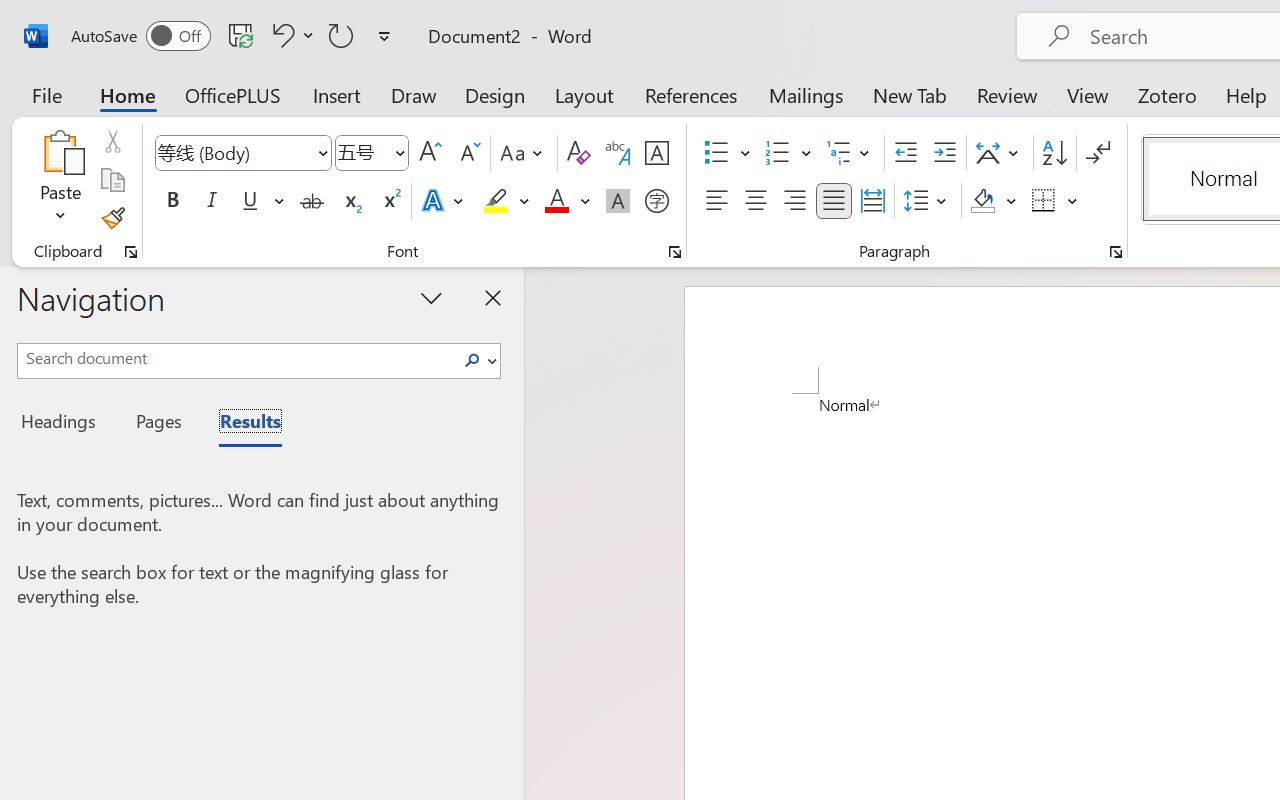 This screenshot has height=800, width=1280. What do you see at coordinates (793, 201) in the screenshot?
I see `'Align Right'` at bounding box center [793, 201].